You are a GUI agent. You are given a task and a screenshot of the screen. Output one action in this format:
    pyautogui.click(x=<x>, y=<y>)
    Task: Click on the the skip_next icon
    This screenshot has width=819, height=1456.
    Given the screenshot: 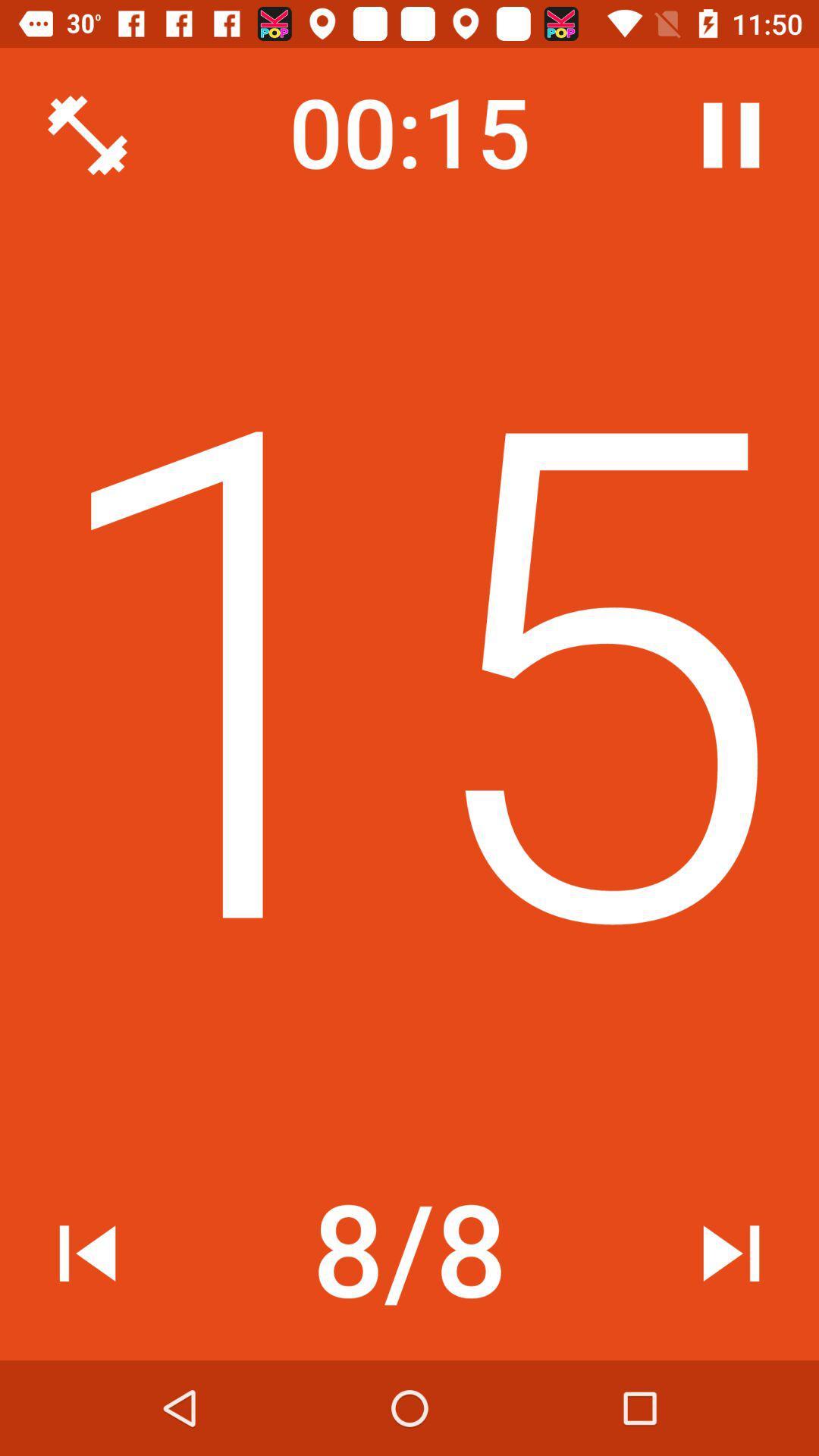 What is the action you would take?
    pyautogui.click(x=730, y=1253)
    